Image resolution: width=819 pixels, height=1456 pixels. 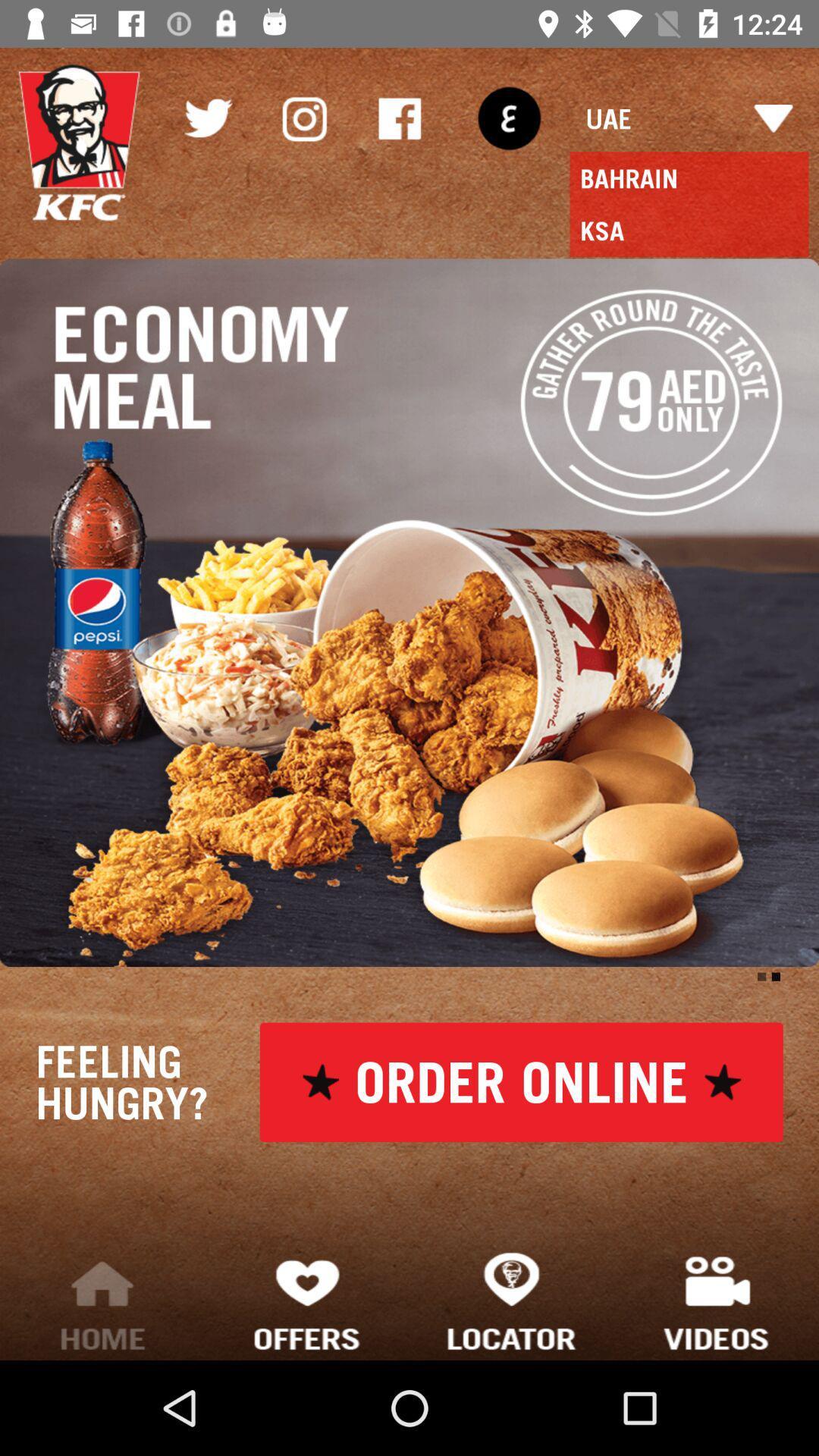 What do you see at coordinates (689, 178) in the screenshot?
I see `the bahrain` at bounding box center [689, 178].